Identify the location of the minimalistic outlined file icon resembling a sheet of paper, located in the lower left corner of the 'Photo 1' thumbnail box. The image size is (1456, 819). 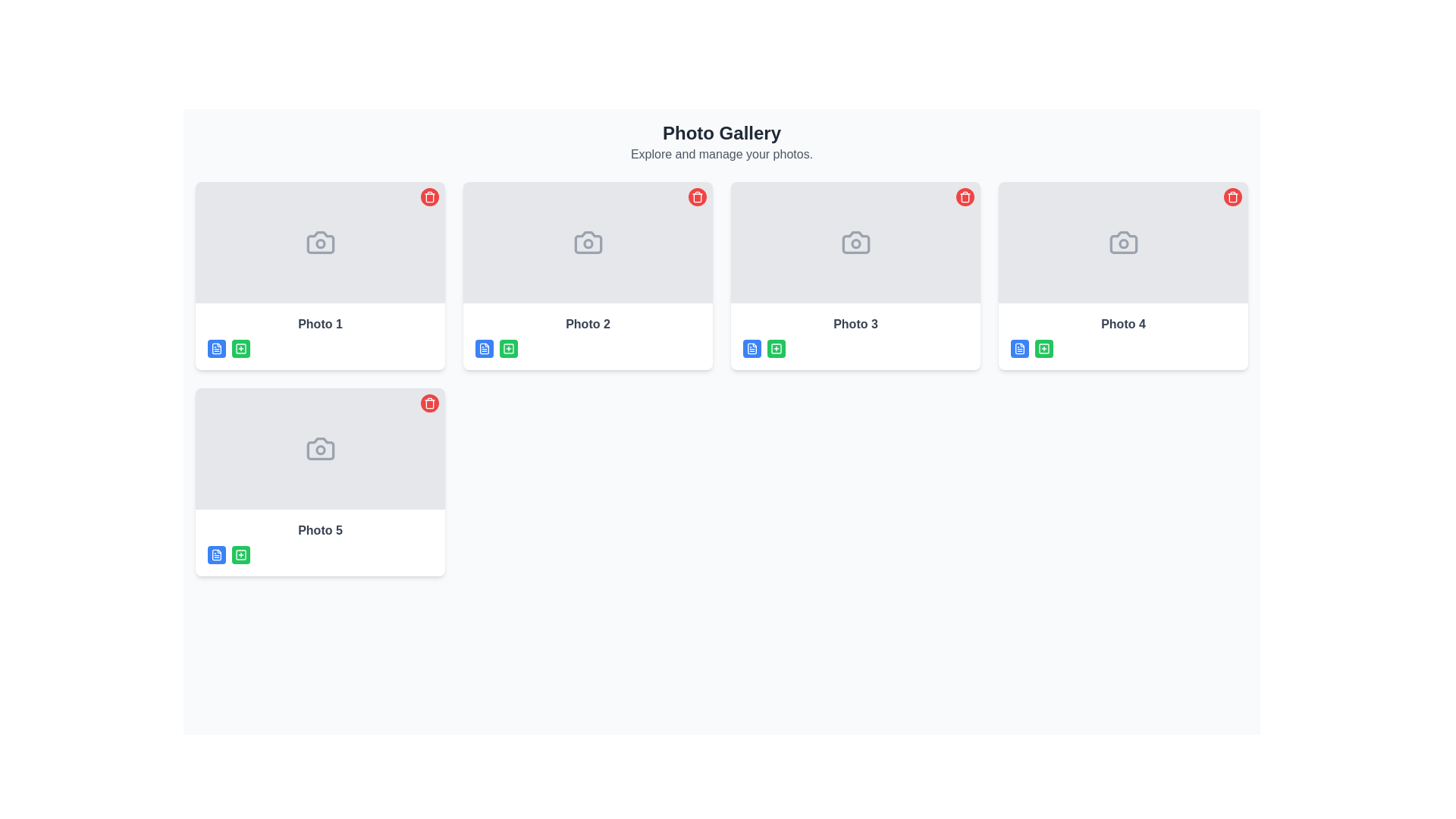
(216, 348).